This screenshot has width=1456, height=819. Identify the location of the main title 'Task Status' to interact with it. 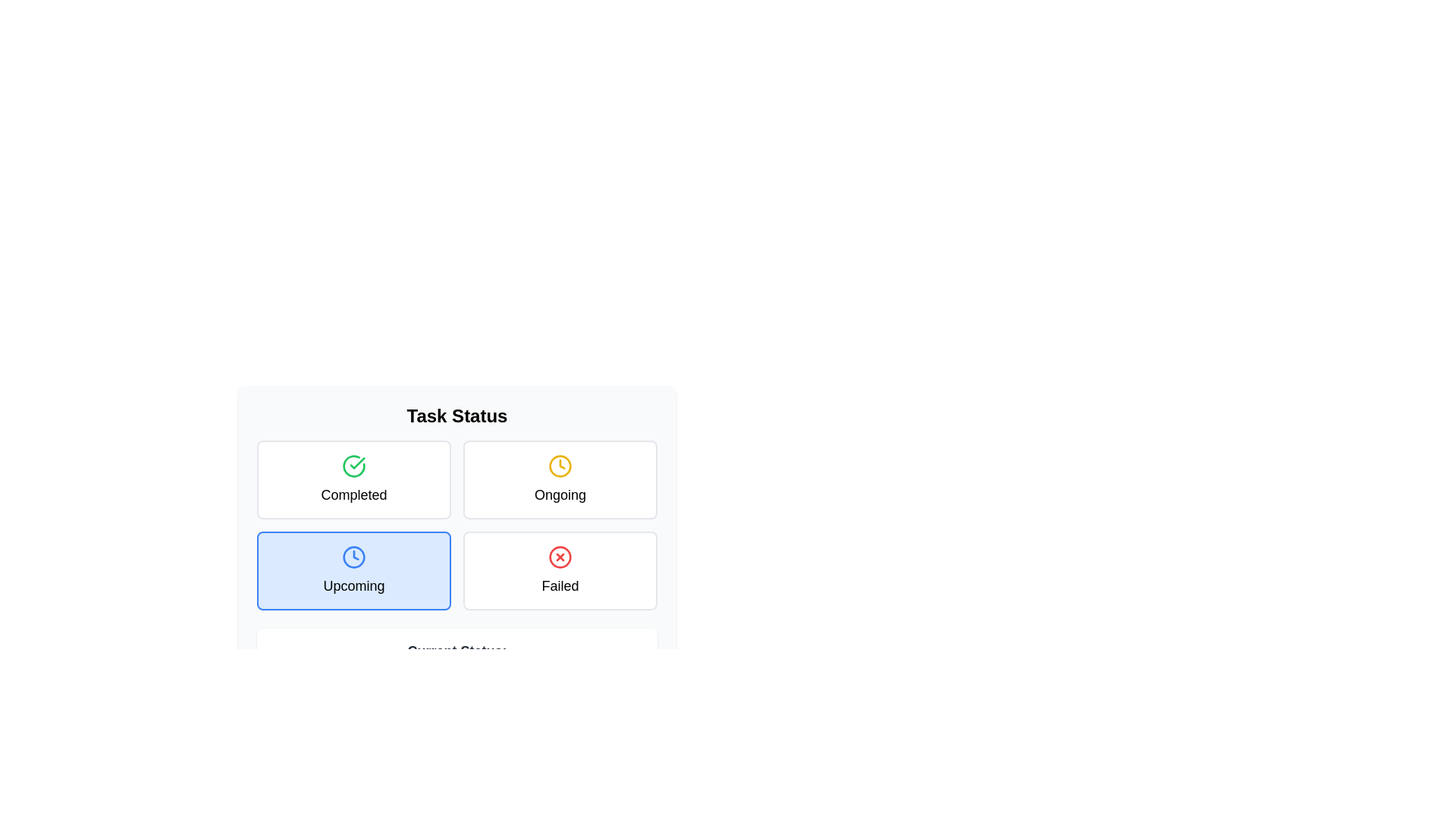
(457, 416).